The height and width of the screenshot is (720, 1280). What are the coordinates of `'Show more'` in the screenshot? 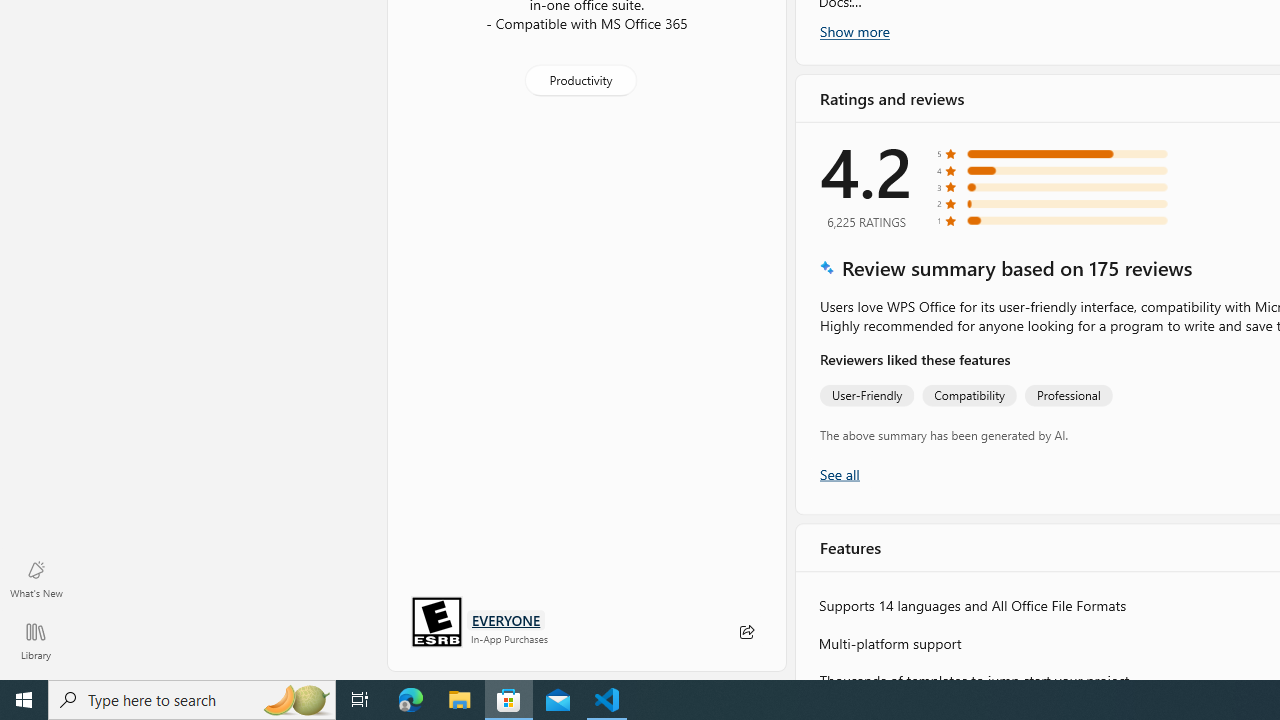 It's located at (855, 31).